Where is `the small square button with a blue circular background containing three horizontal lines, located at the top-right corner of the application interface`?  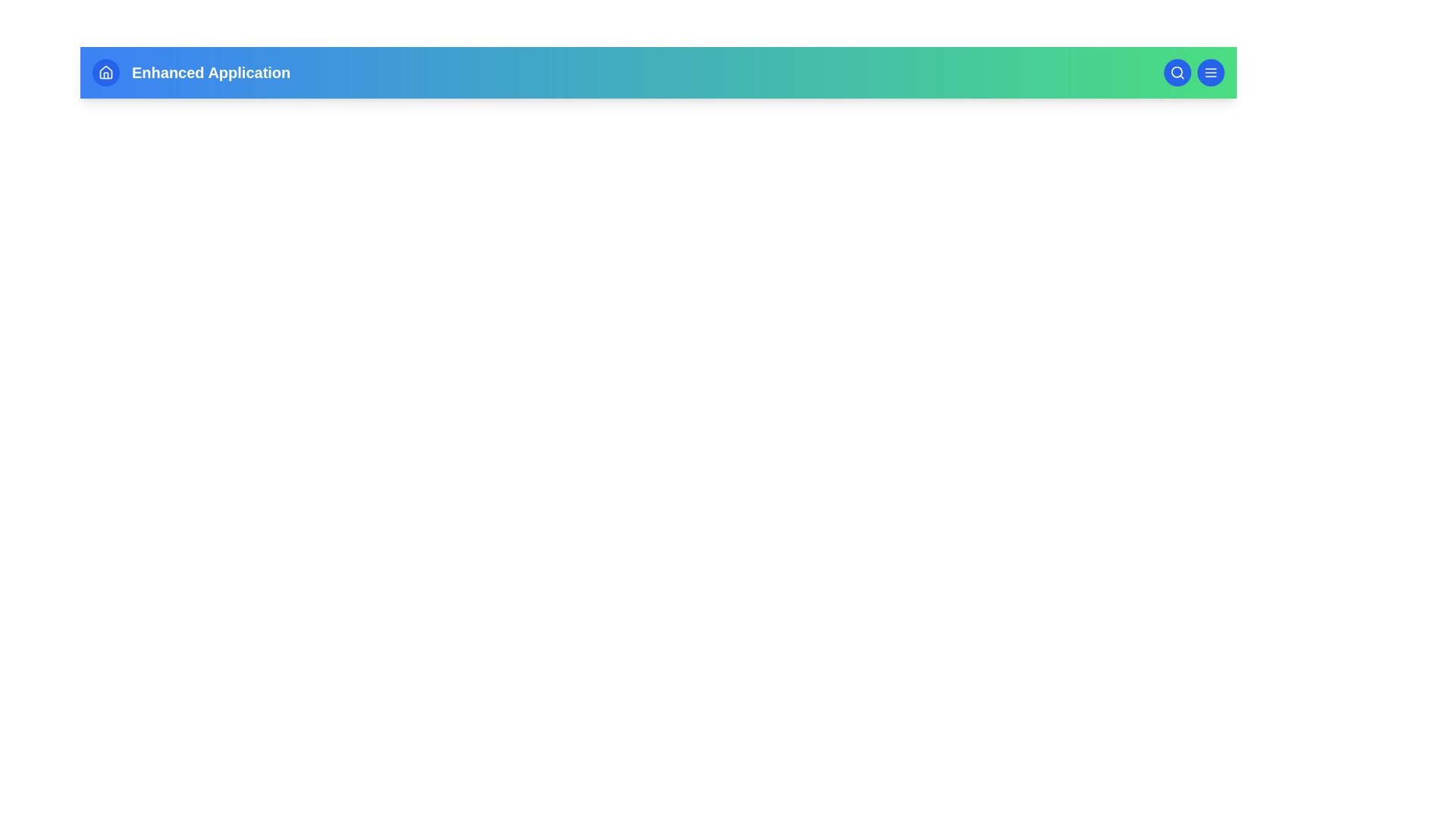
the small square button with a blue circular background containing three horizontal lines, located at the top-right corner of the application interface is located at coordinates (1210, 73).